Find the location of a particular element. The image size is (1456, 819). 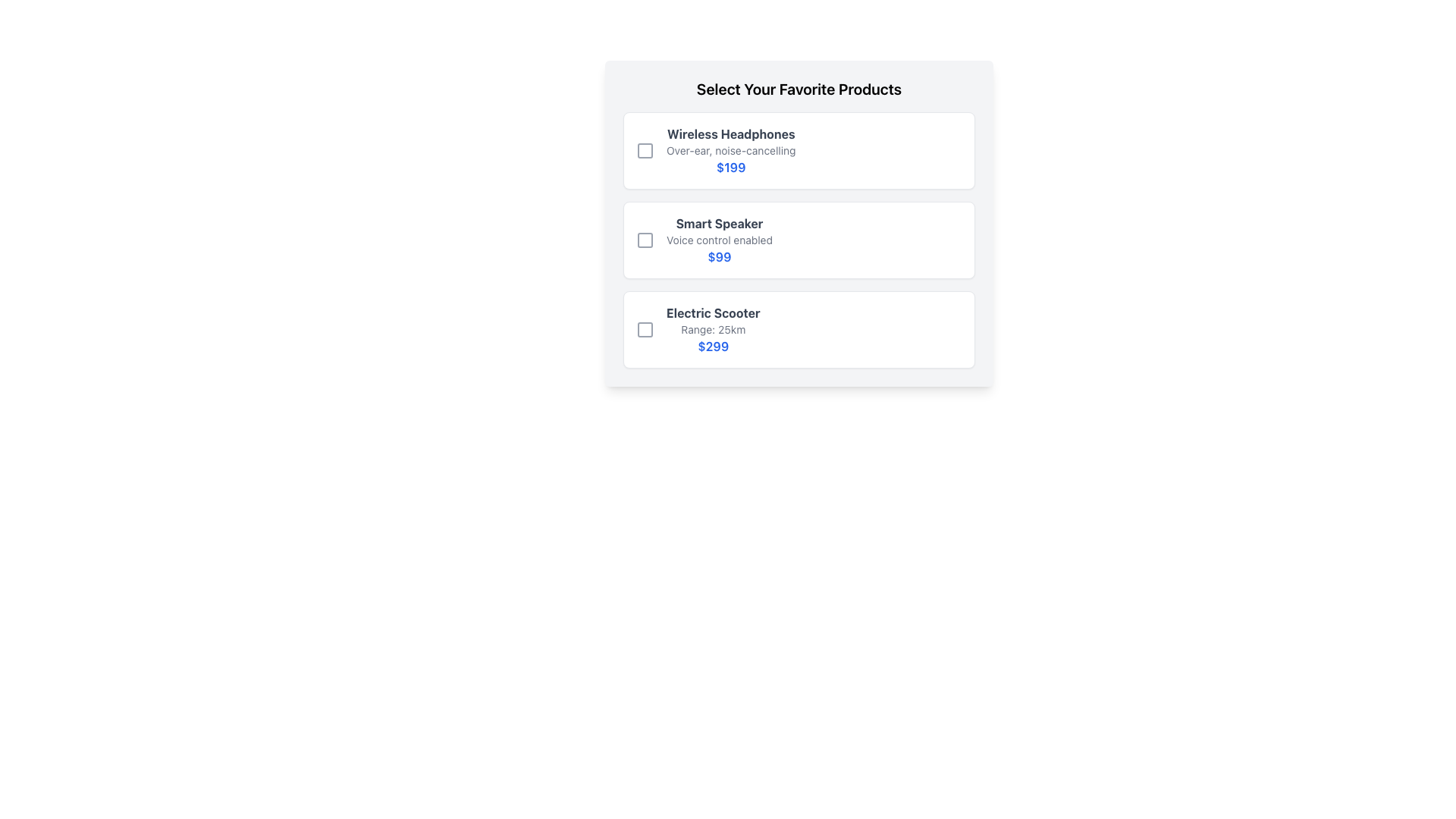

the blue, bold text label displaying the price "$199" located underneath the description text "Over-ear, noise-cancelling" in the first product card of the "Wireless Headphones" product list is located at coordinates (731, 167).